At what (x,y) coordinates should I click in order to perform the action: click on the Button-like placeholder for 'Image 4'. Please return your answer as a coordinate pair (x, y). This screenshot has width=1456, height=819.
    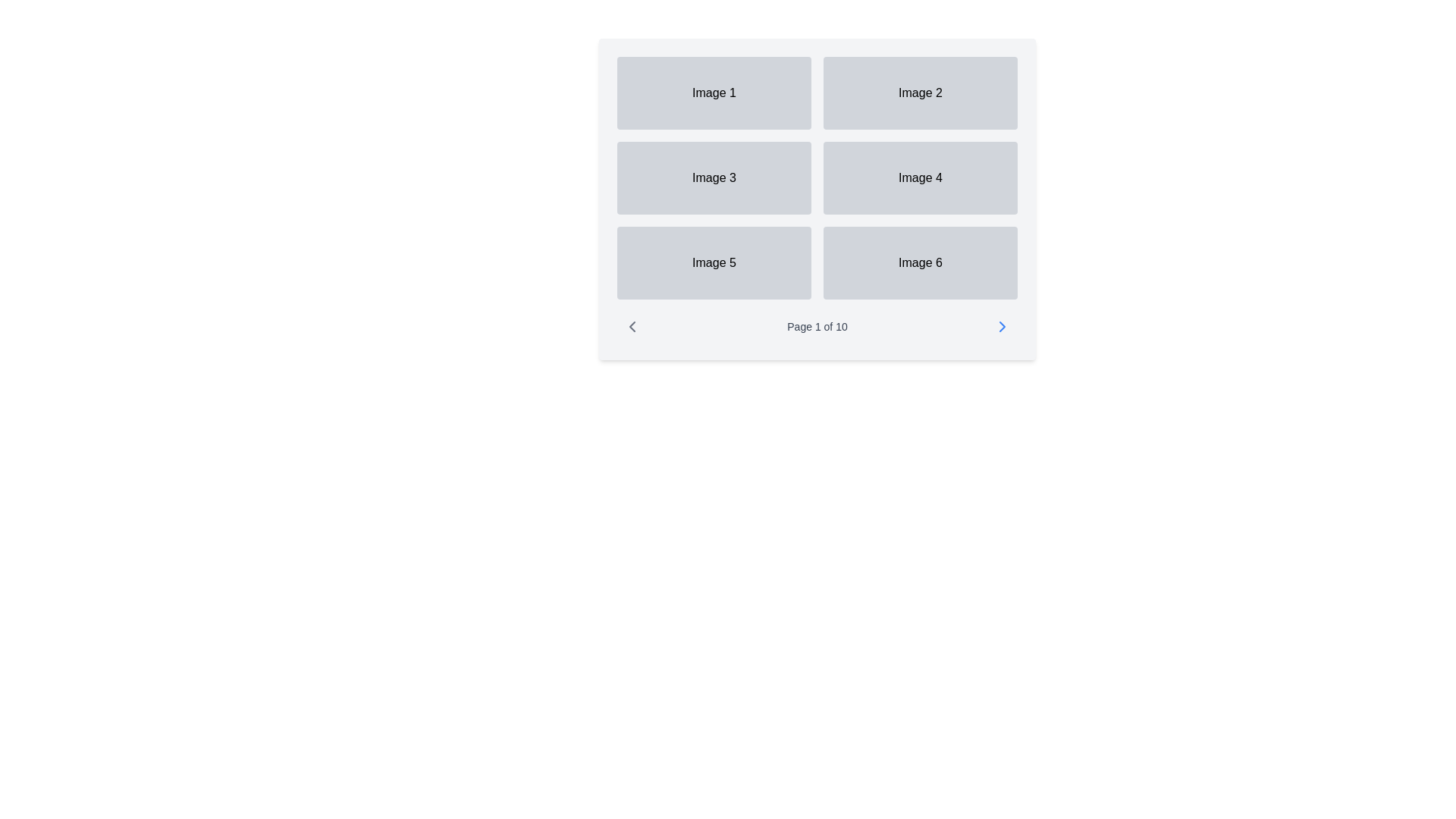
    Looking at the image, I should click on (920, 177).